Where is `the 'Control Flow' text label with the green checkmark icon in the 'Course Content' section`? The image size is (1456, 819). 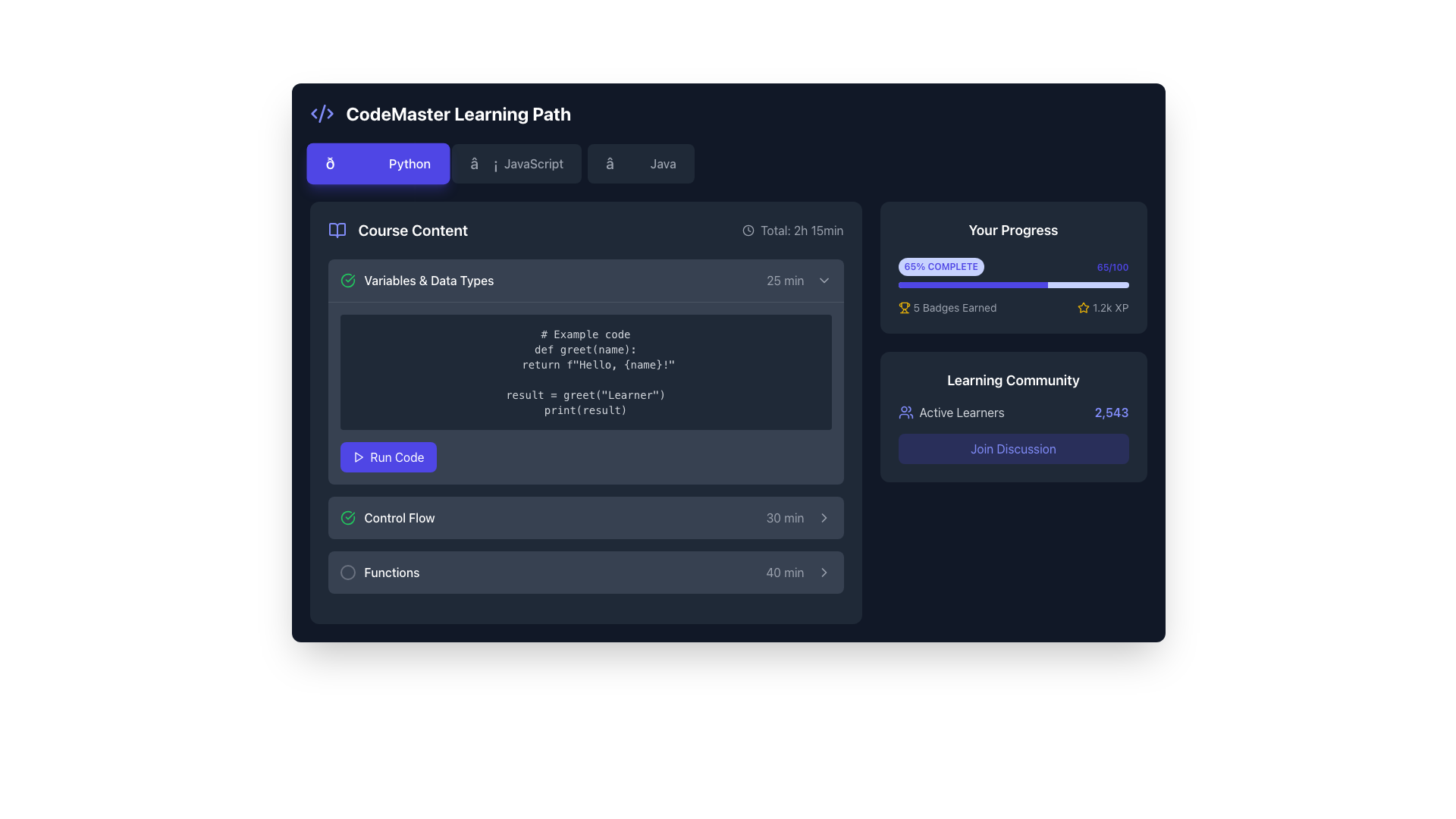 the 'Control Flow' text label with the green checkmark icon in the 'Course Content' section is located at coordinates (388, 516).